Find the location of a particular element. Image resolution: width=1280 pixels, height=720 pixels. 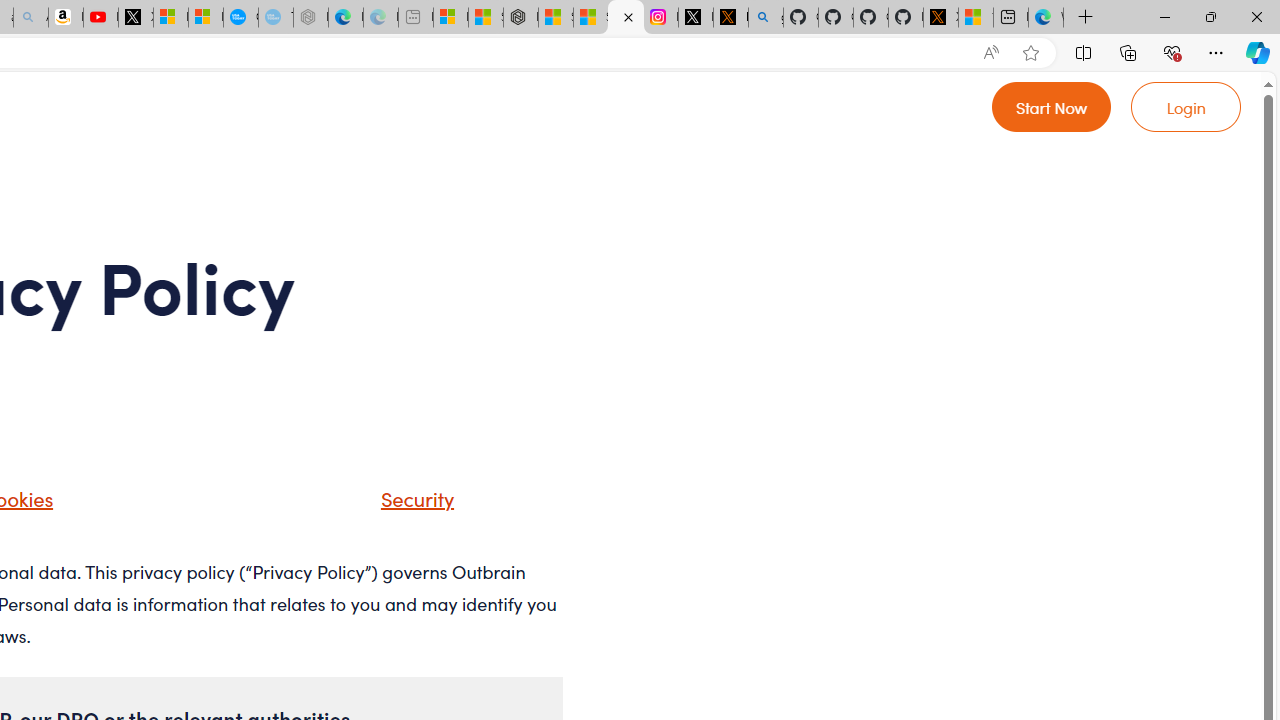

'The most popular Google ' is located at coordinates (274, 17).